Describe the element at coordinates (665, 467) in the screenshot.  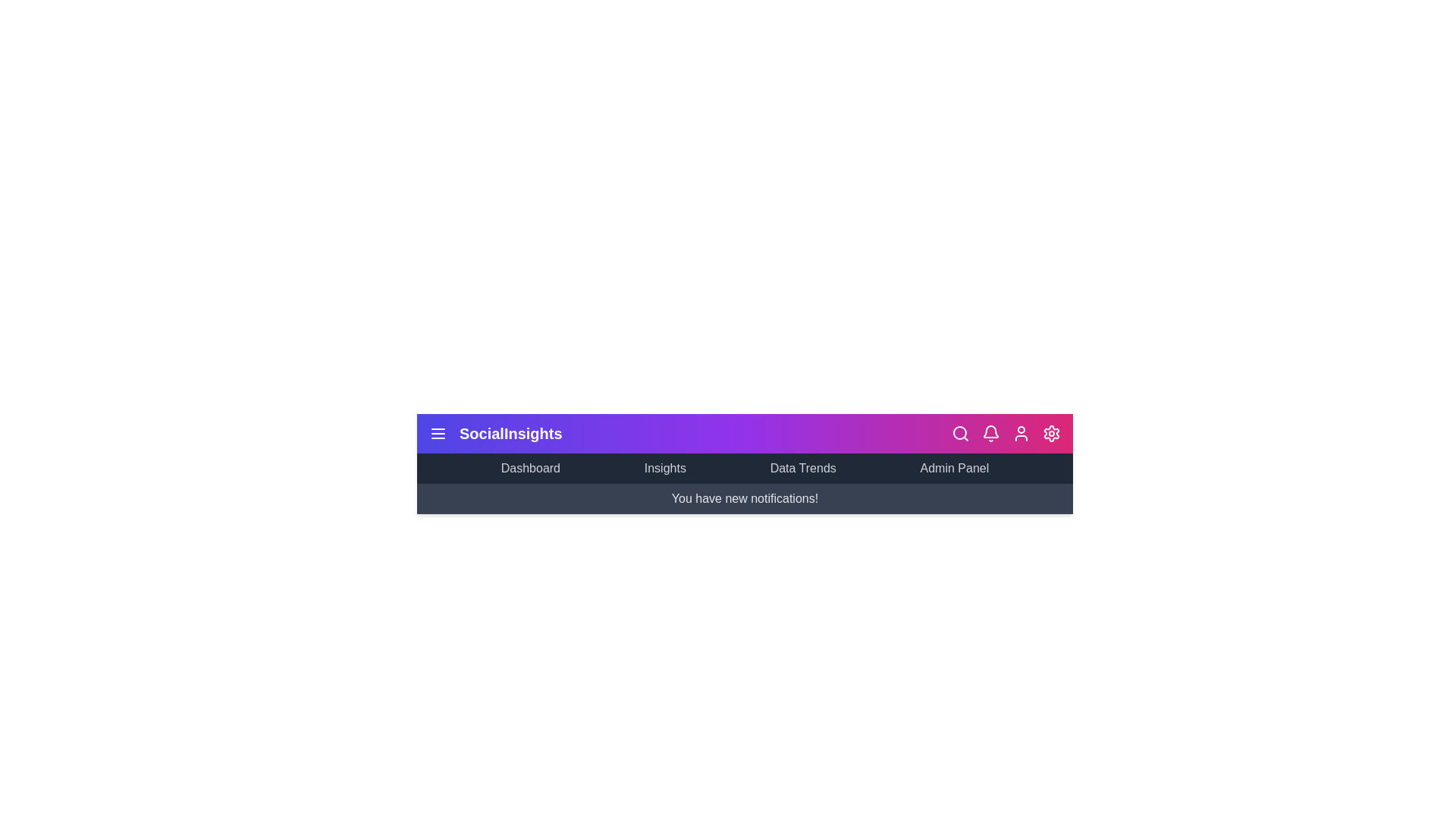
I see `the 'Insights' menu item in the navigation bar` at that location.